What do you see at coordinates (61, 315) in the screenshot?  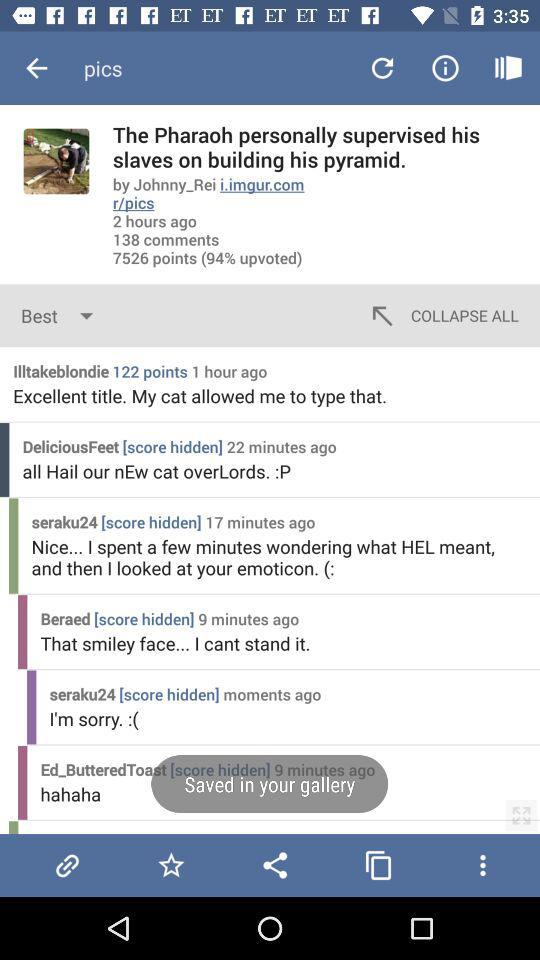 I see `the best icon` at bounding box center [61, 315].